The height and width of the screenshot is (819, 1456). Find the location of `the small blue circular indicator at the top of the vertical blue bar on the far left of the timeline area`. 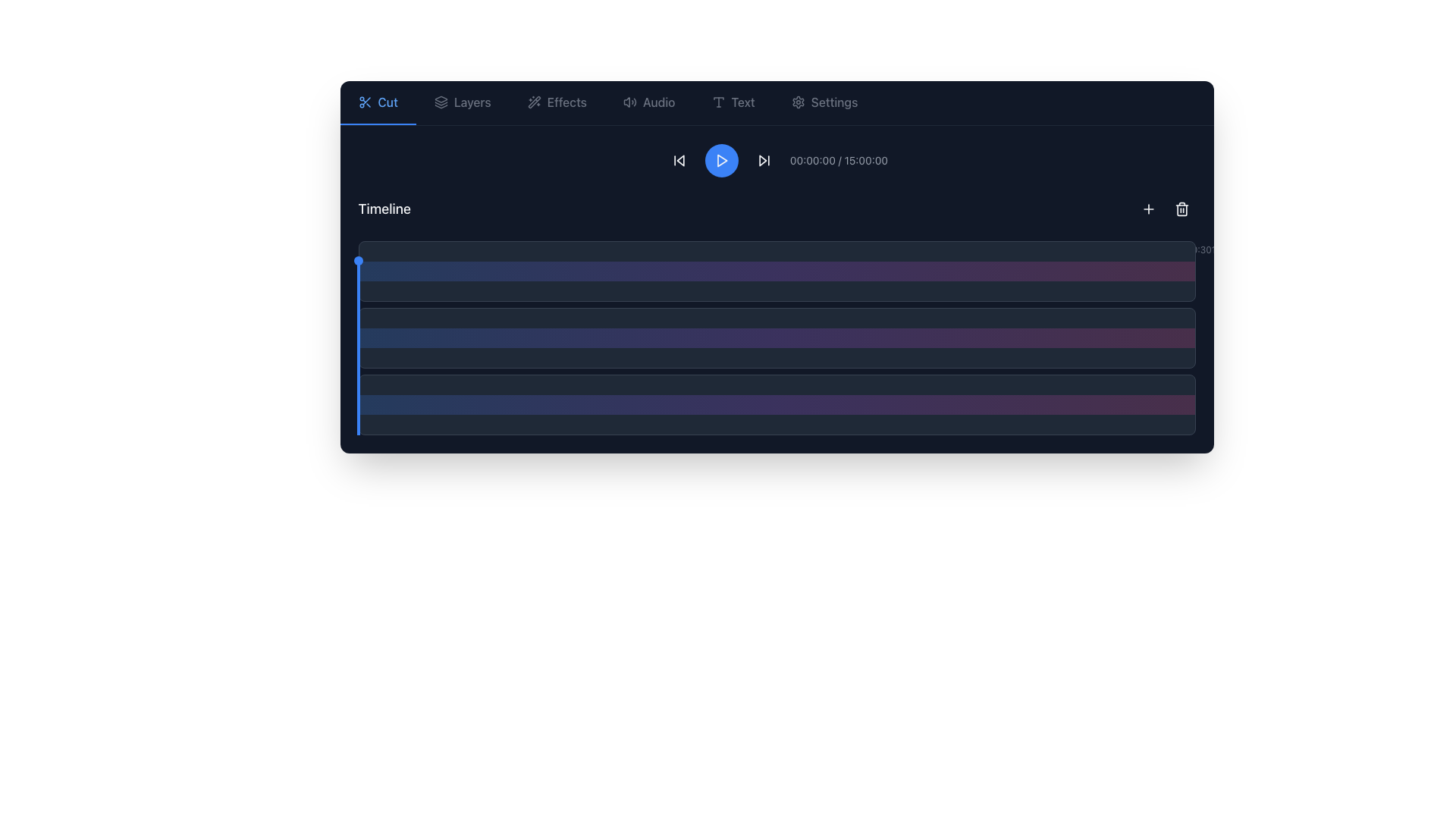

the small blue circular indicator at the top of the vertical blue bar on the far left of the timeline area is located at coordinates (357, 259).